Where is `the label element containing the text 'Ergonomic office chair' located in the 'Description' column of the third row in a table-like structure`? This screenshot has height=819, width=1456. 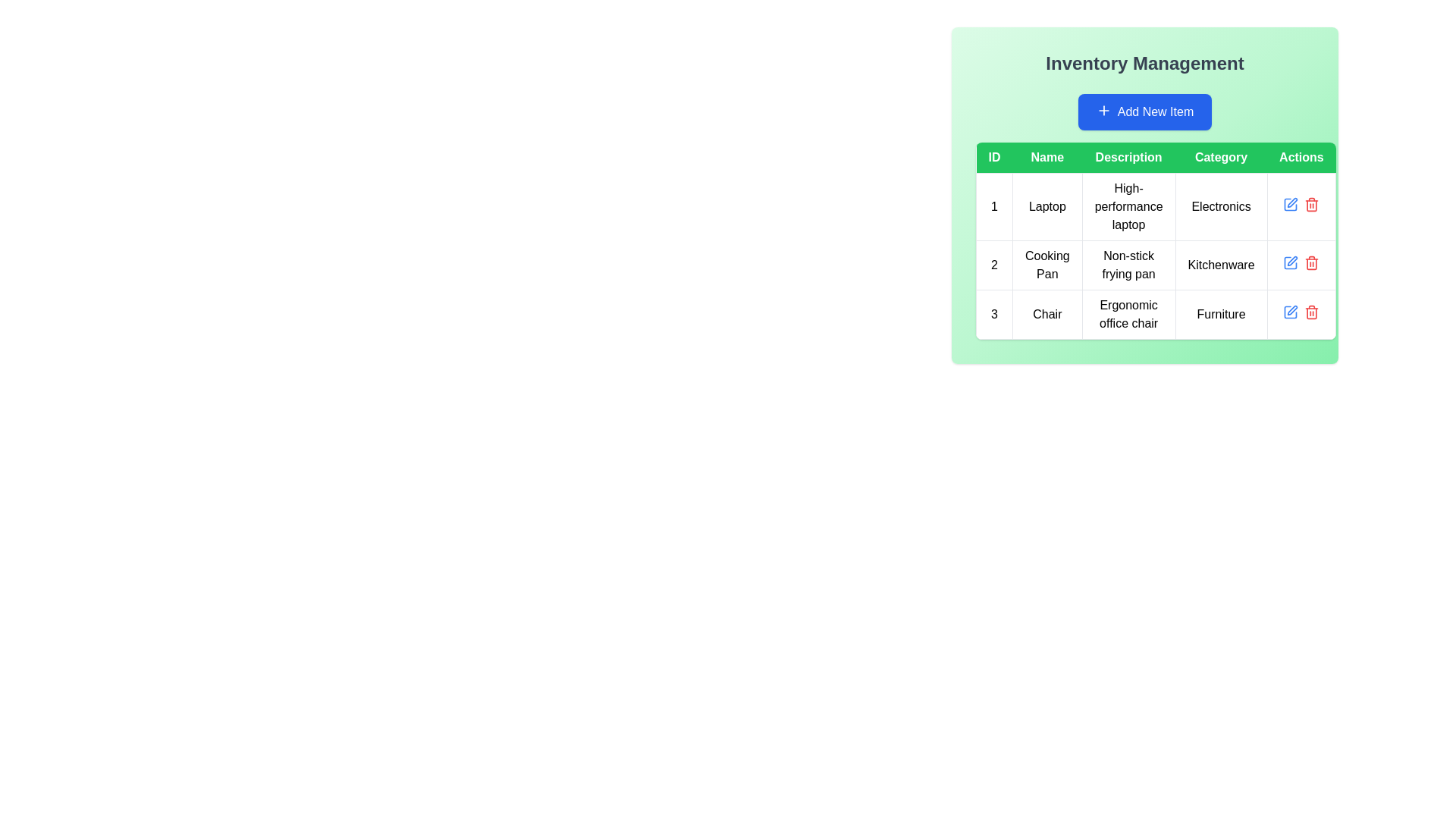 the label element containing the text 'Ergonomic office chair' located in the 'Description' column of the third row in a table-like structure is located at coordinates (1128, 314).